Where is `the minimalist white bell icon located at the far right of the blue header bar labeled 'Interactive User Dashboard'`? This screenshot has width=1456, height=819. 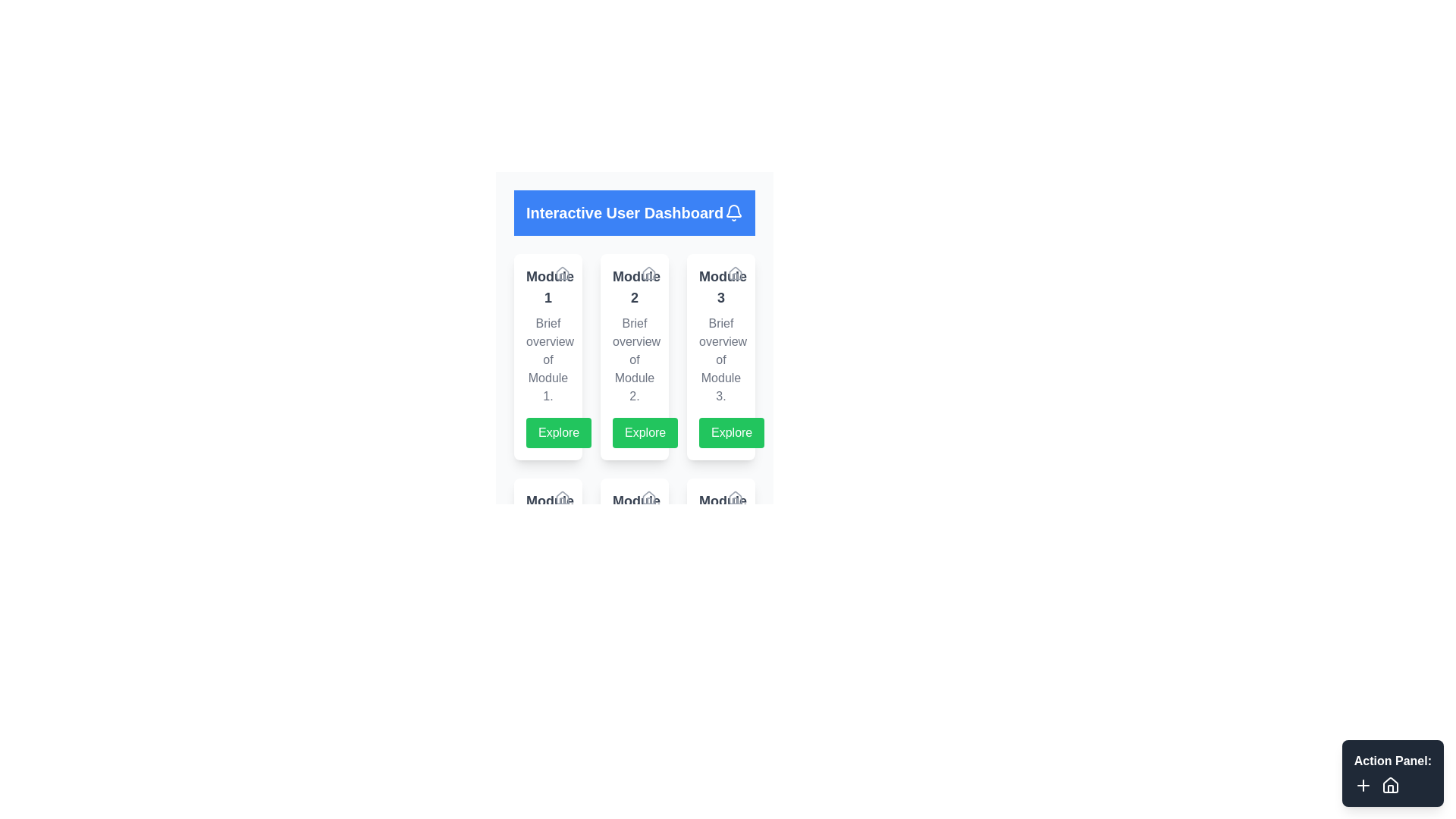
the minimalist white bell icon located at the far right of the blue header bar labeled 'Interactive User Dashboard' is located at coordinates (734, 213).